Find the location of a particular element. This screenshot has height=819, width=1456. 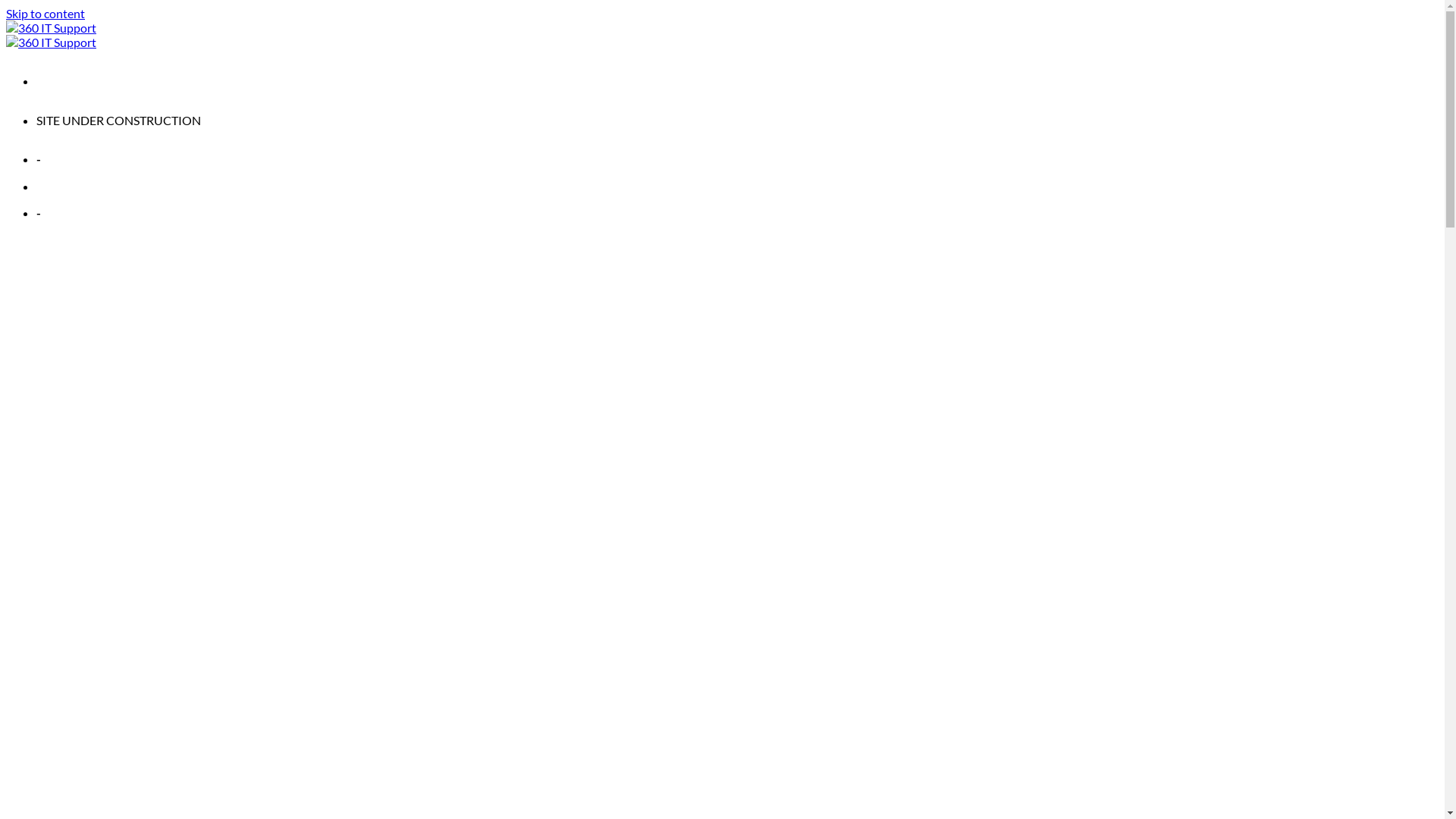

'Skip to content' is located at coordinates (6, 13).